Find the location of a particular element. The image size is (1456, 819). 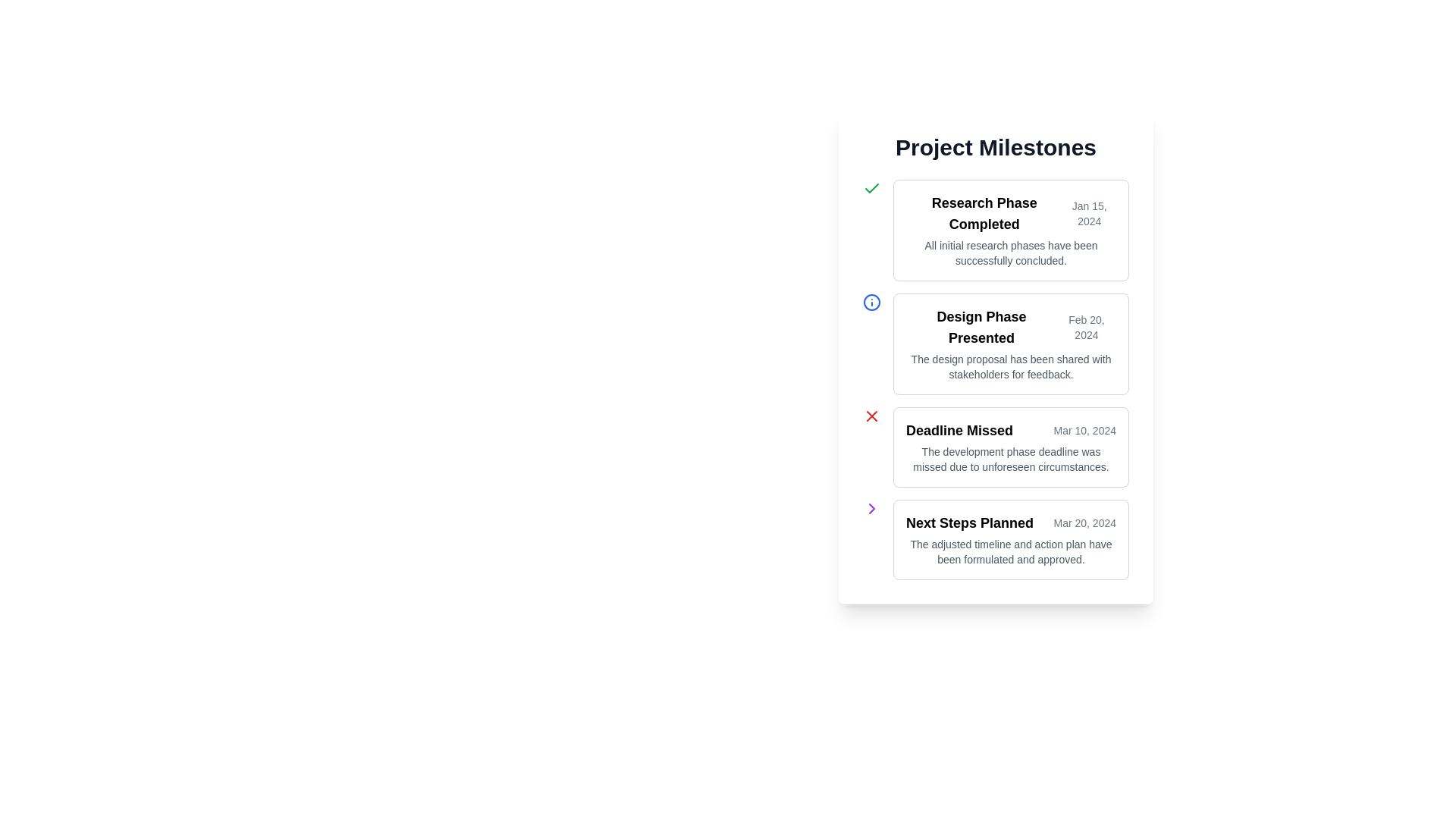

information presented in the third informational card located in the 'Project Milestones' section, which highlights a missed milestone with a clear title, associated date, and contextual information is located at coordinates (996, 447).